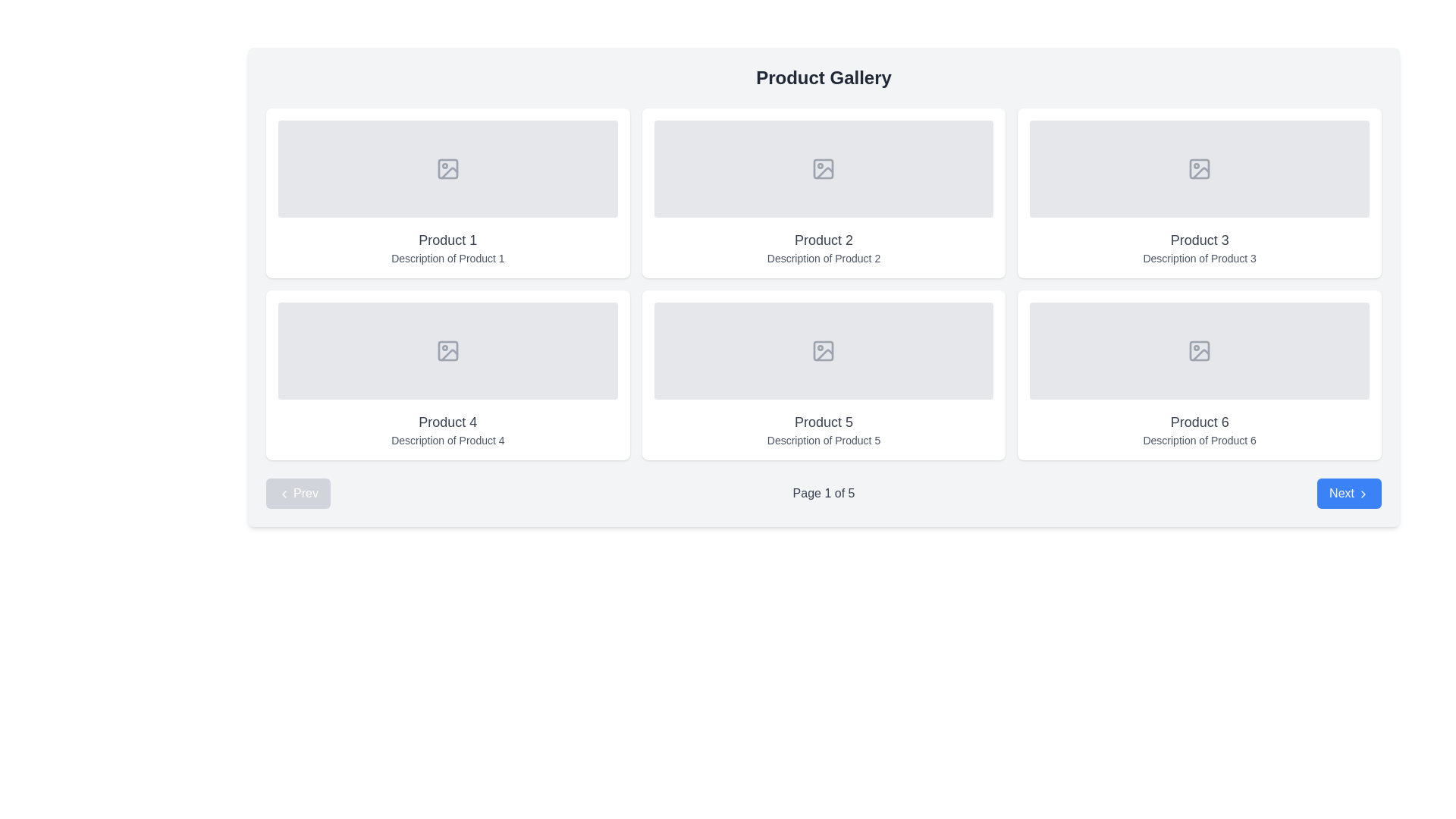  What do you see at coordinates (823, 350) in the screenshot?
I see `the prominent image placeholder with a light gray background, which contains a minimalistic image icon, located in the central area of the card titled 'Product 5'` at bounding box center [823, 350].